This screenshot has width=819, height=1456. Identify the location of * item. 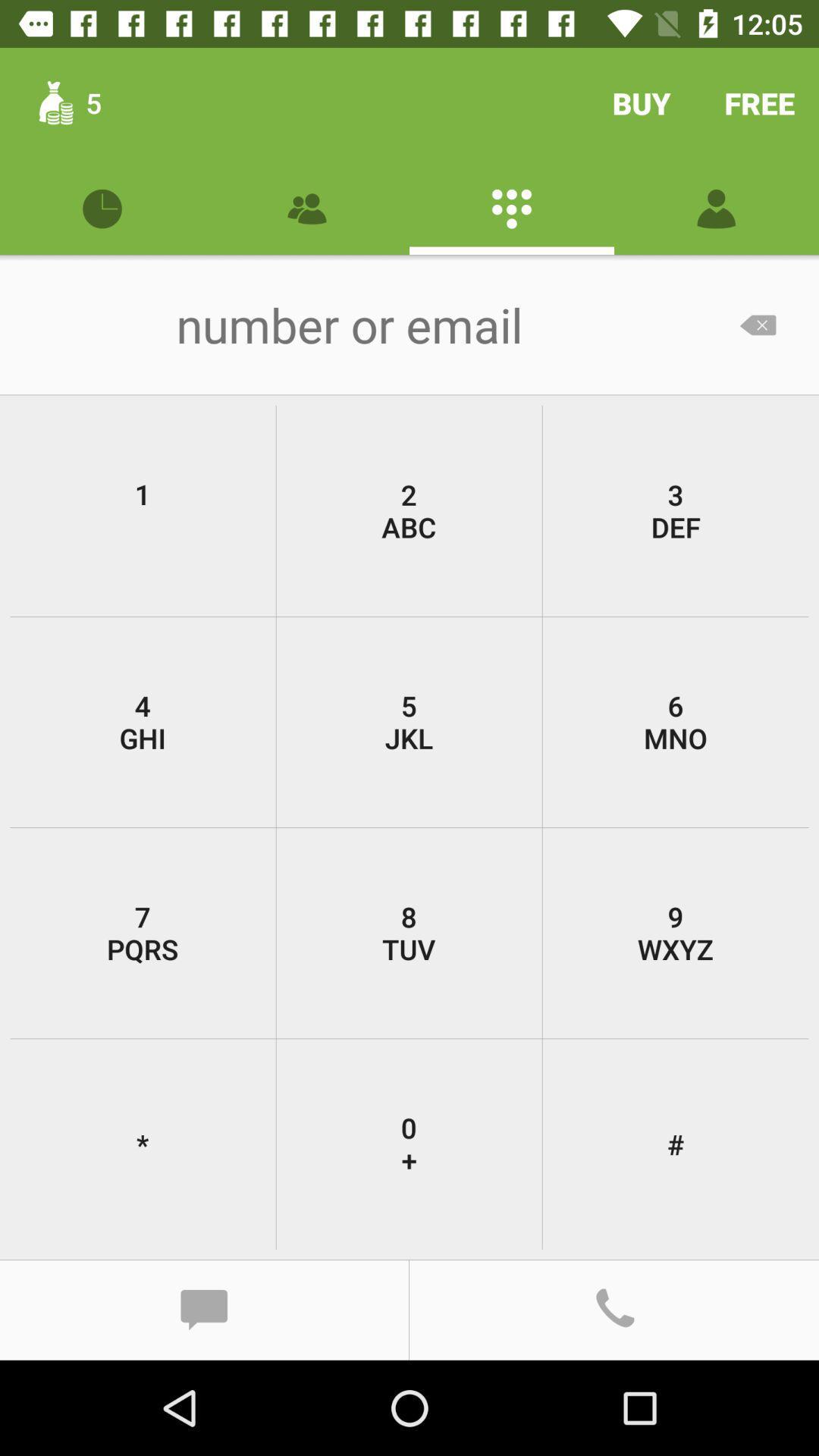
(143, 1144).